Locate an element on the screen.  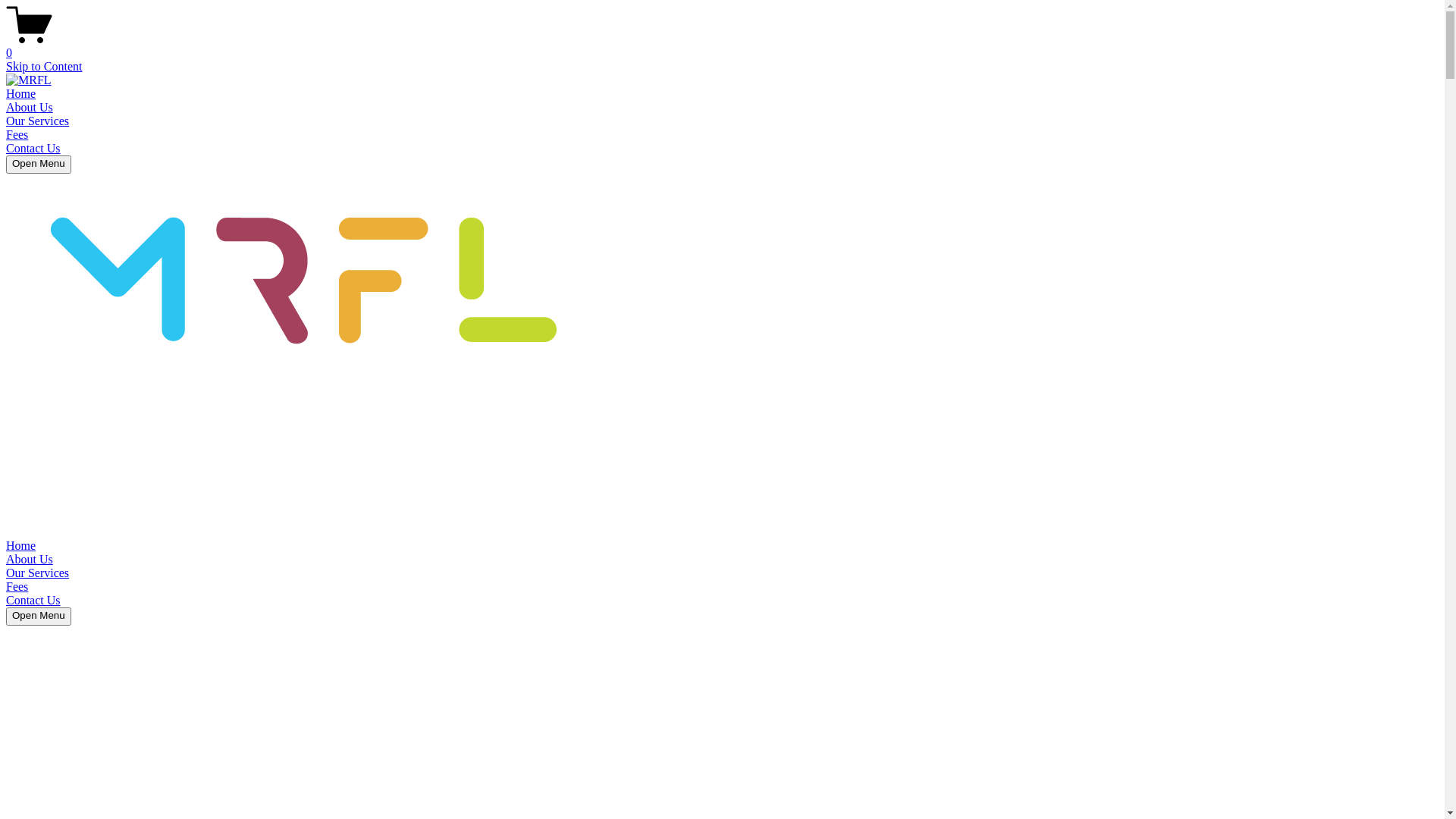
'Contact Us' is located at coordinates (33, 599).